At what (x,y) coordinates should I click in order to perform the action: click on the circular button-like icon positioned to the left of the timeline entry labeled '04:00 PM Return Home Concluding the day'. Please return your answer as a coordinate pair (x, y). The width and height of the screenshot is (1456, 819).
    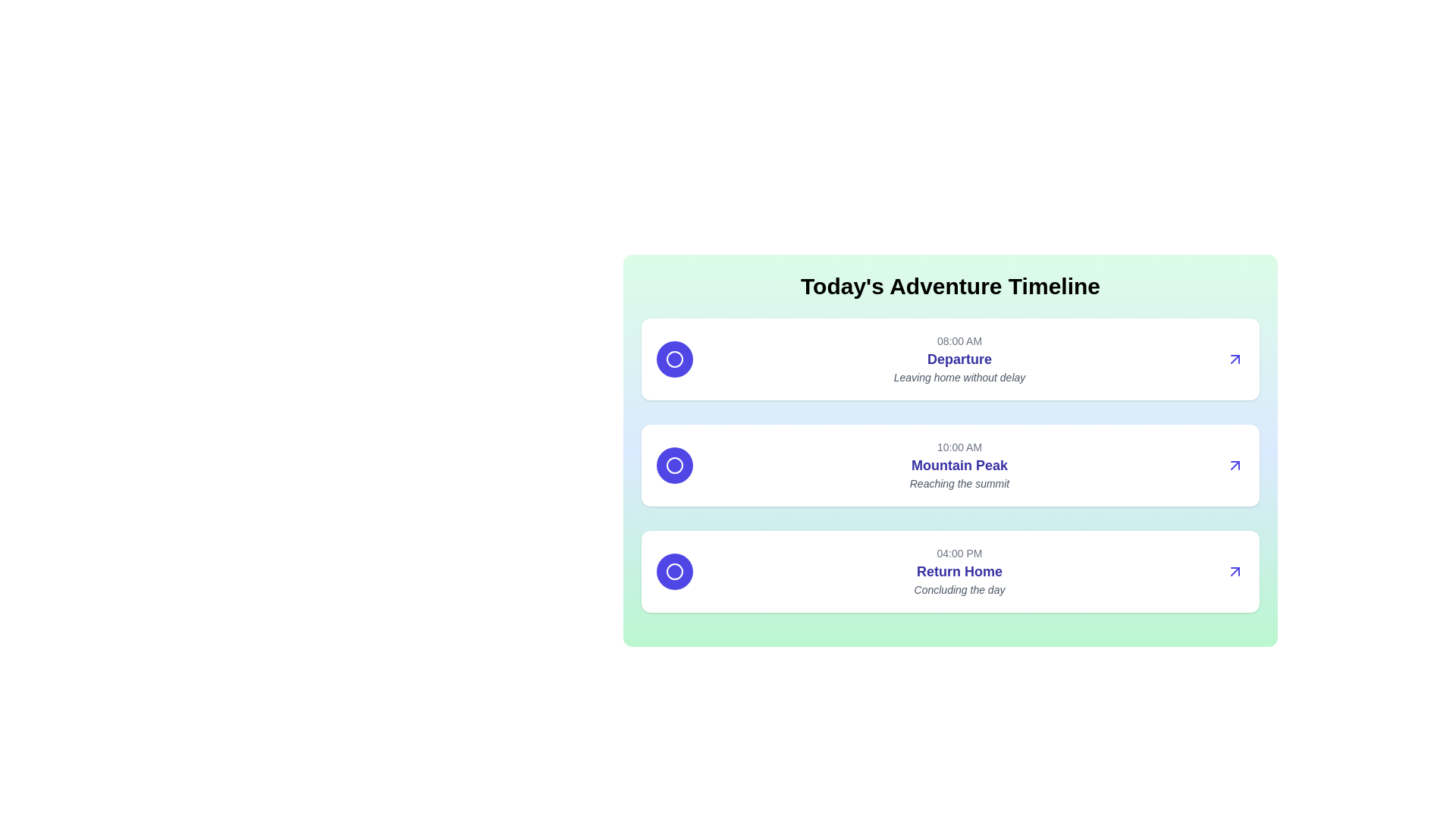
    Looking at the image, I should click on (673, 571).